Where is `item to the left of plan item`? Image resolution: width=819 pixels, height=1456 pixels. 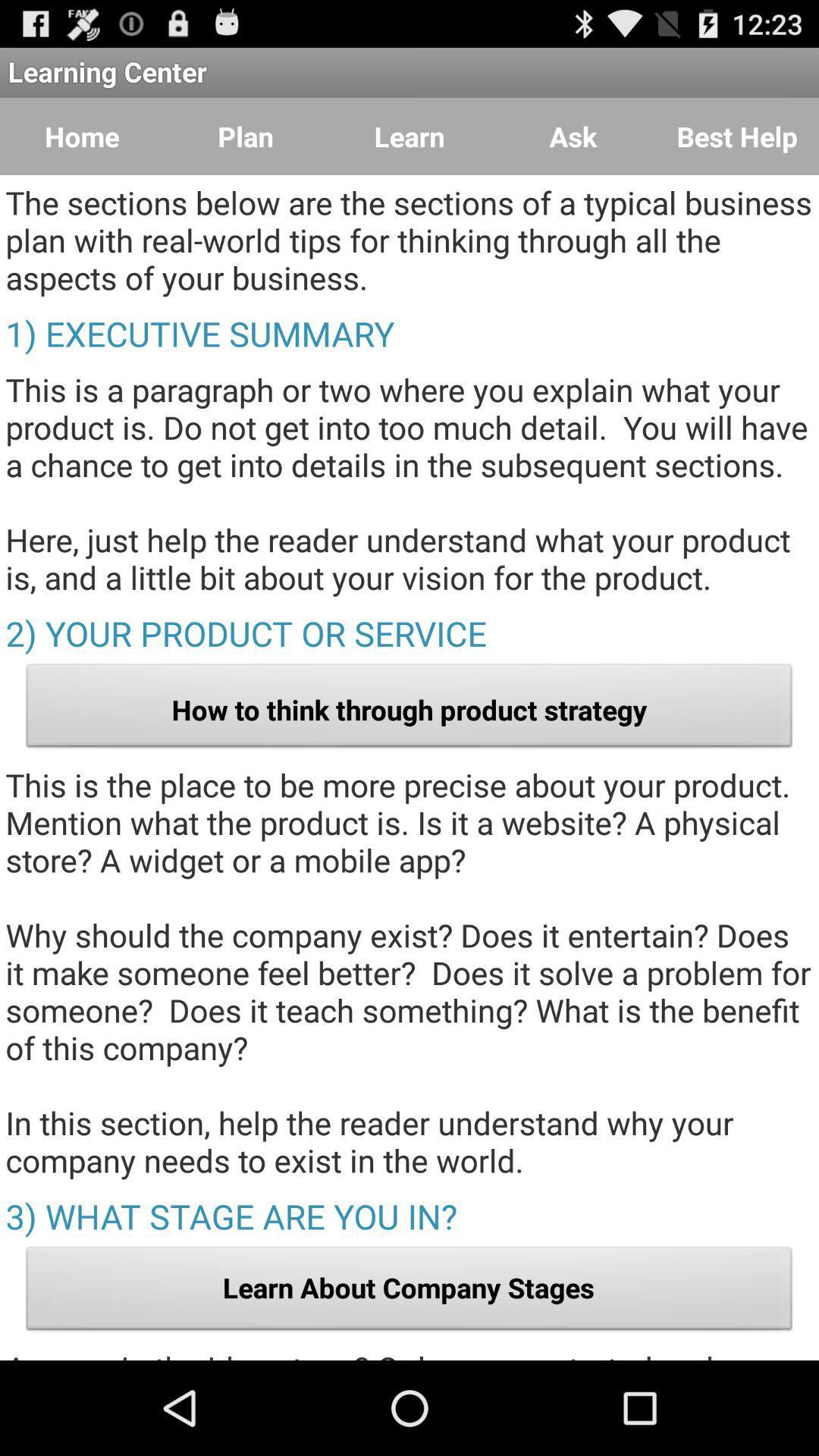
item to the left of plan item is located at coordinates (82, 136).